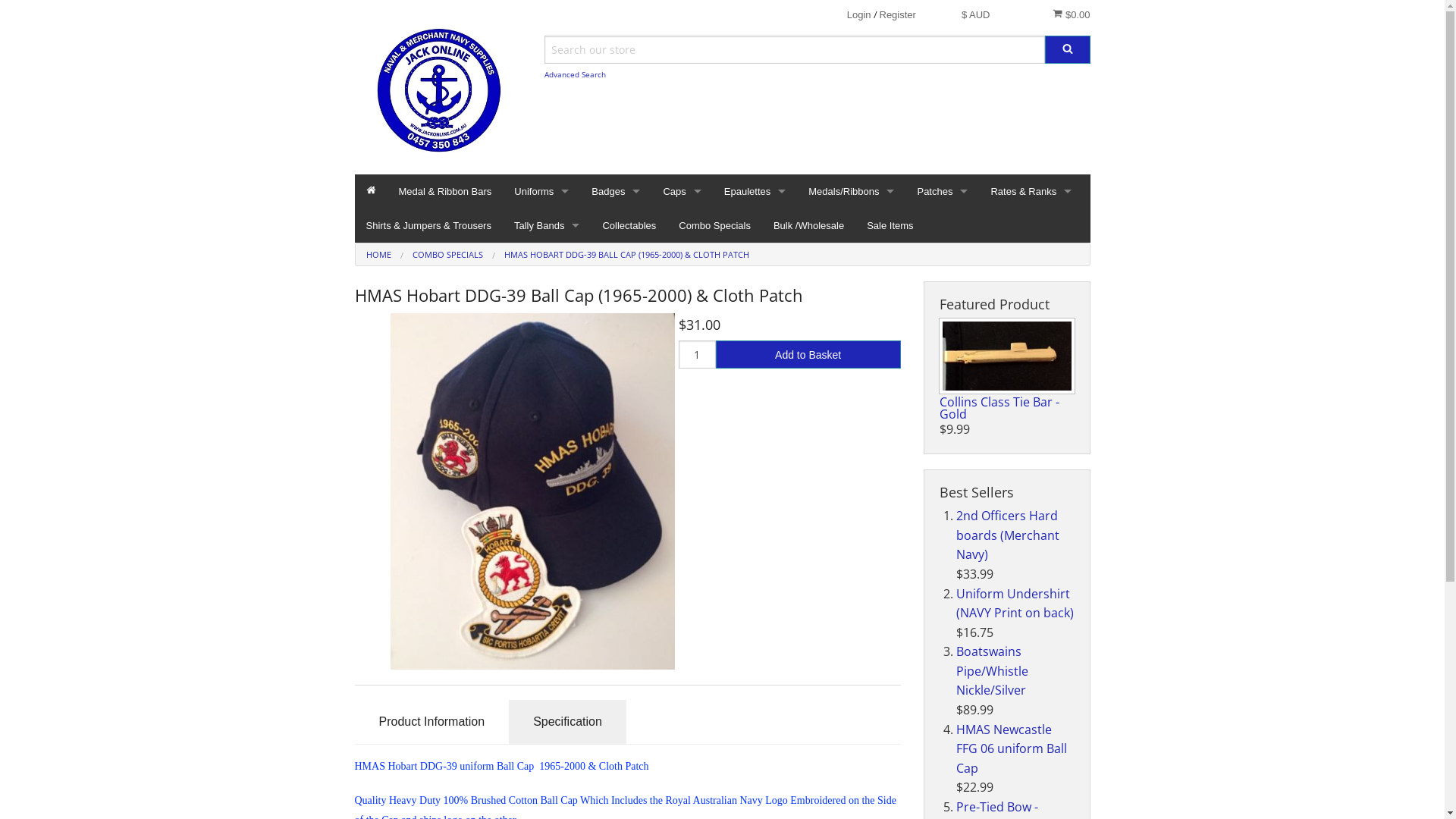 The width and height of the screenshot is (1456, 819). What do you see at coordinates (546, 278) in the screenshot?
I see `'Current RAN Tally Bands'` at bounding box center [546, 278].